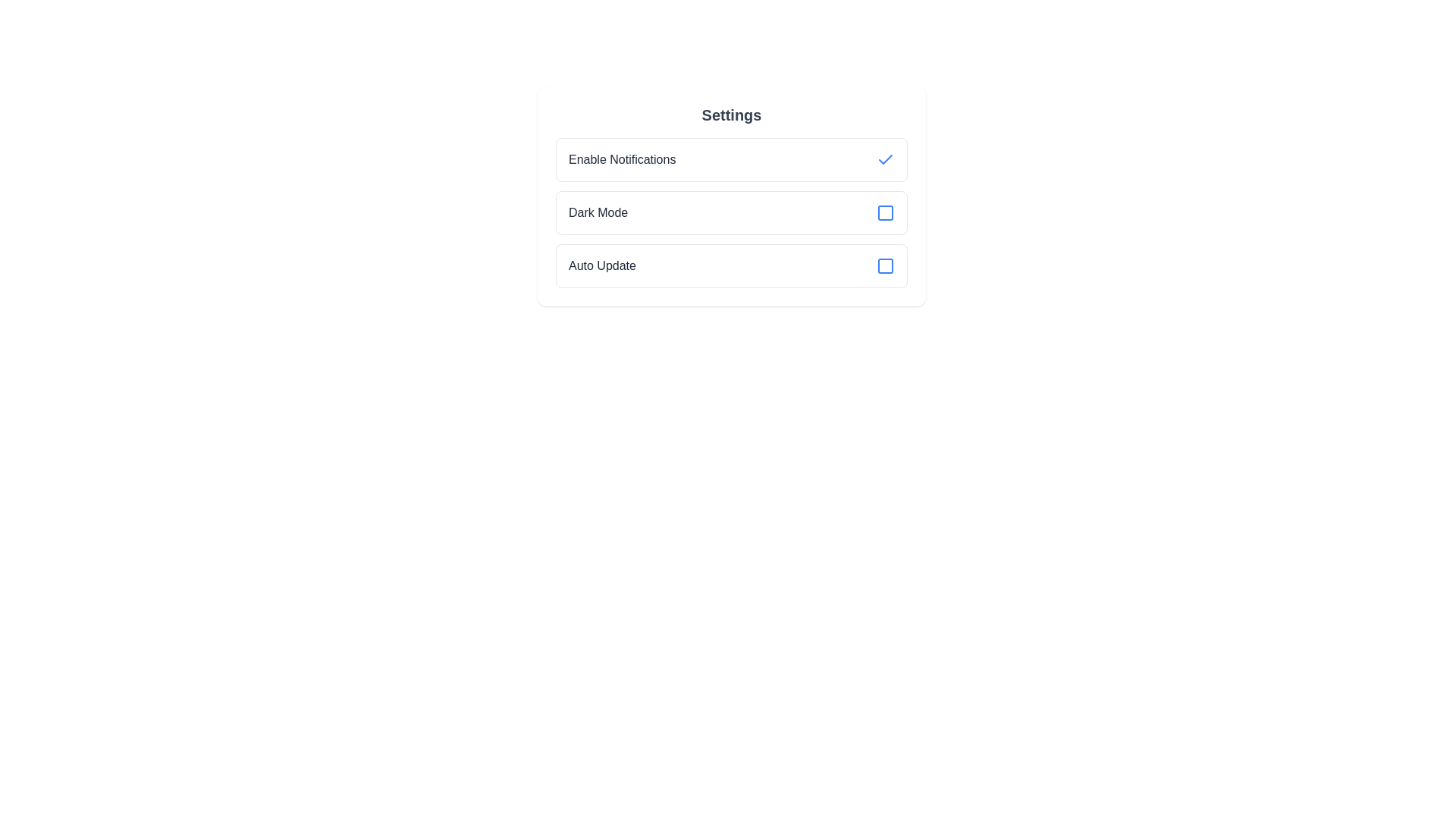 The width and height of the screenshot is (1456, 819). I want to click on the Toggleable List Item labeled 'Enable Notifications', so click(731, 160).